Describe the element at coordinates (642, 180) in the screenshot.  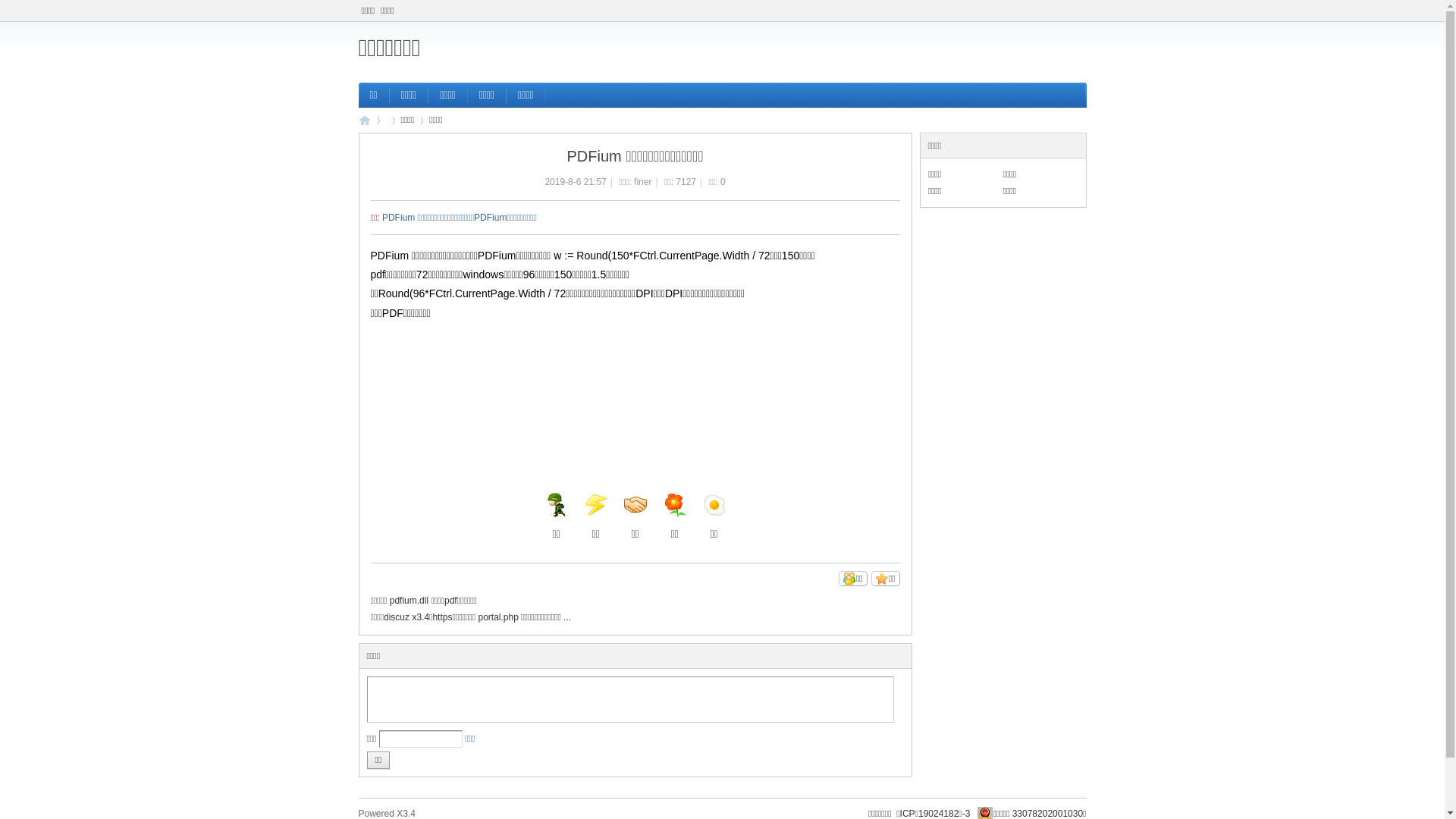
I see `'finer'` at that location.